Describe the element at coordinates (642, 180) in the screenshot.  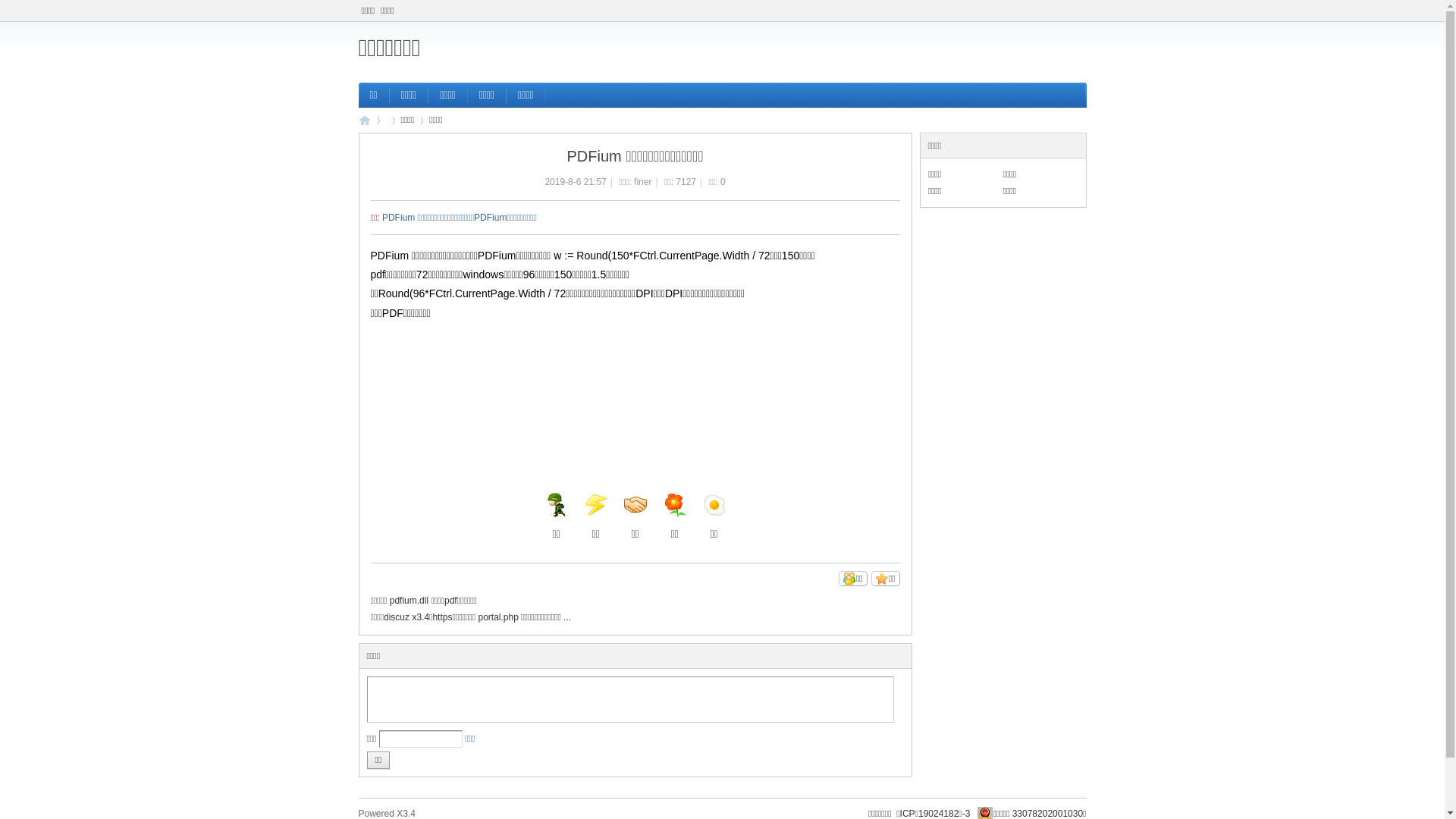
I see `'finer'` at that location.